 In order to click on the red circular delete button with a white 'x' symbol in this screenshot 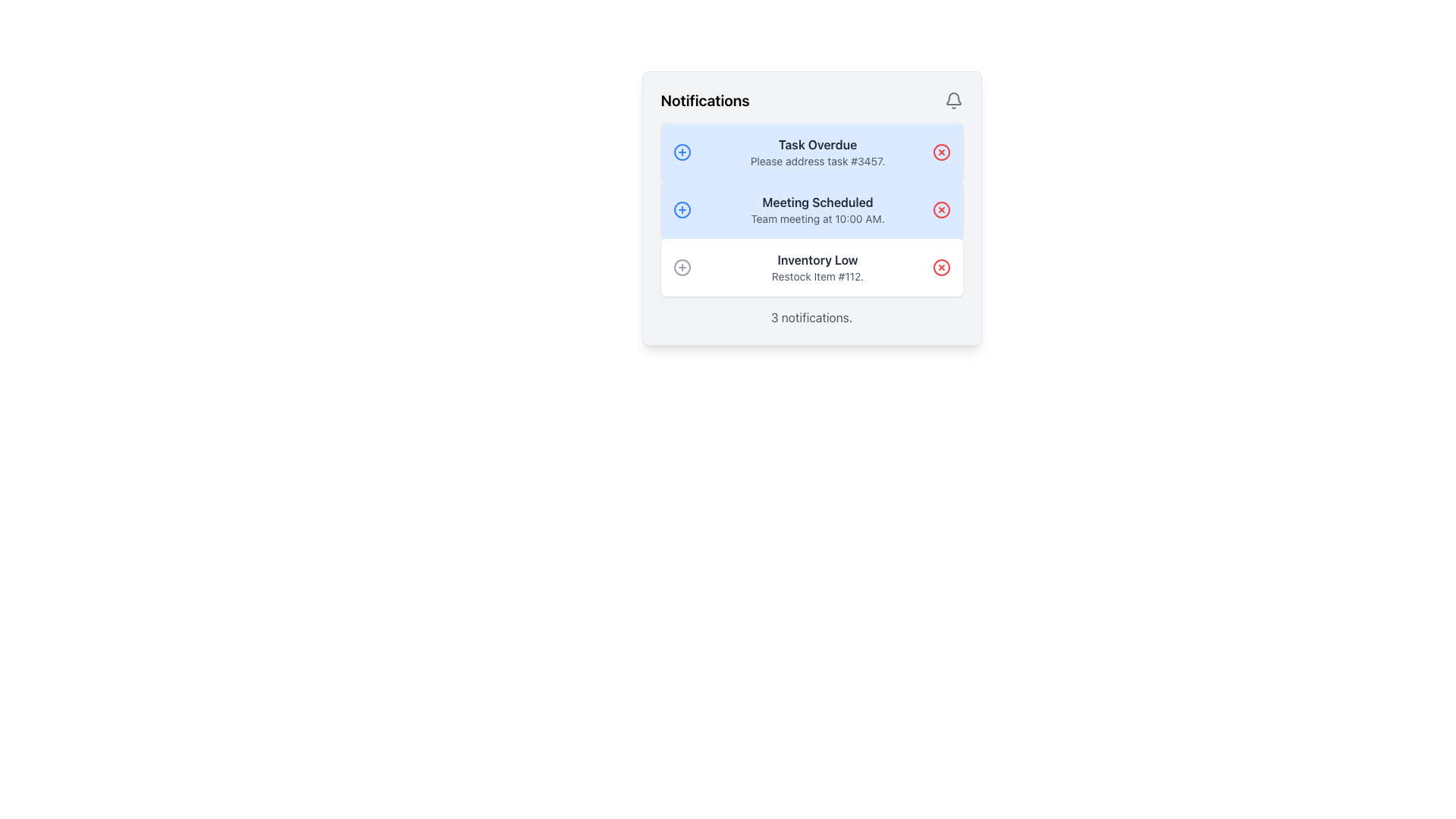, I will do `click(940, 267)`.